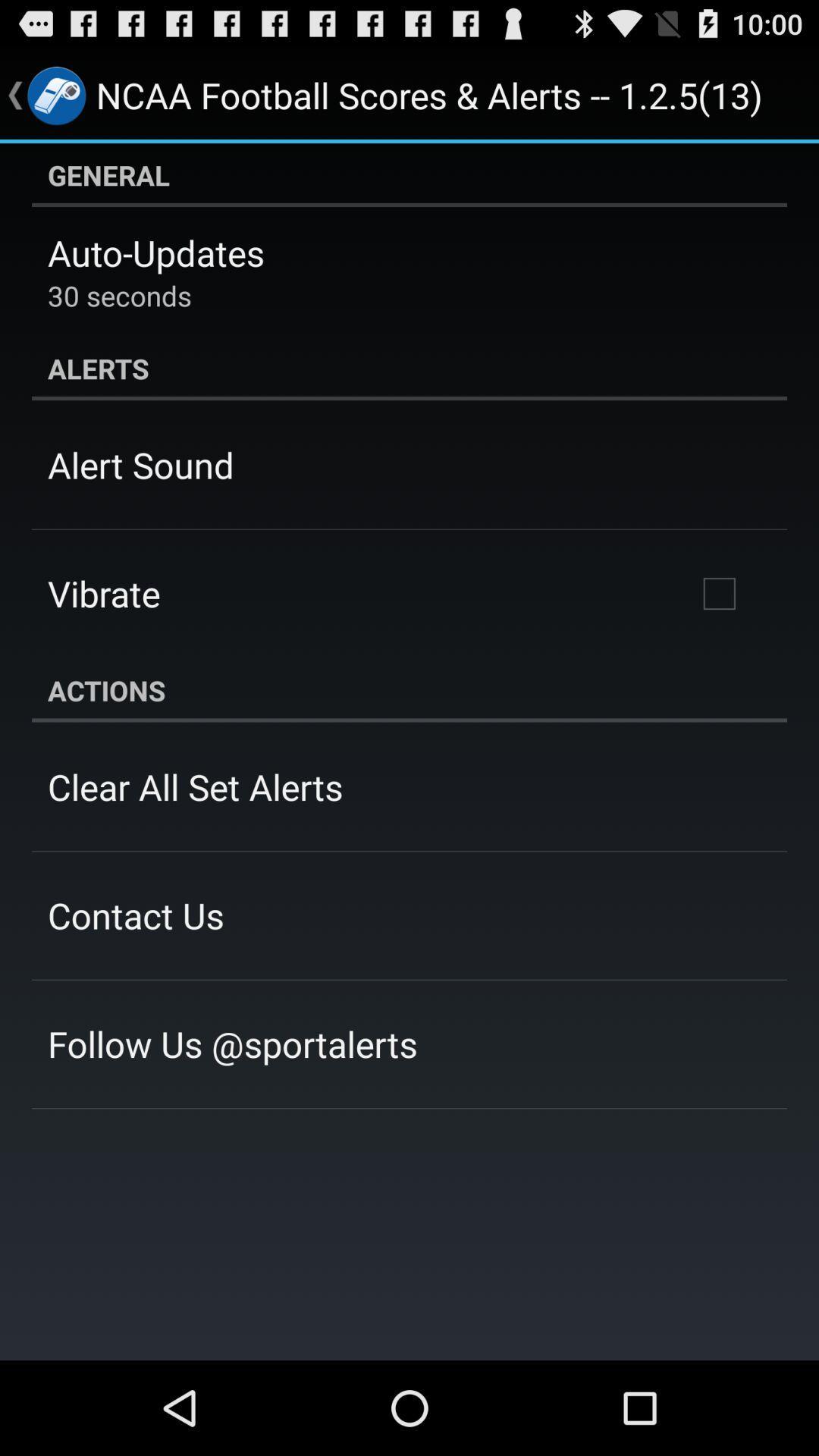  Describe the element at coordinates (155, 253) in the screenshot. I see `the icon below the general icon` at that location.